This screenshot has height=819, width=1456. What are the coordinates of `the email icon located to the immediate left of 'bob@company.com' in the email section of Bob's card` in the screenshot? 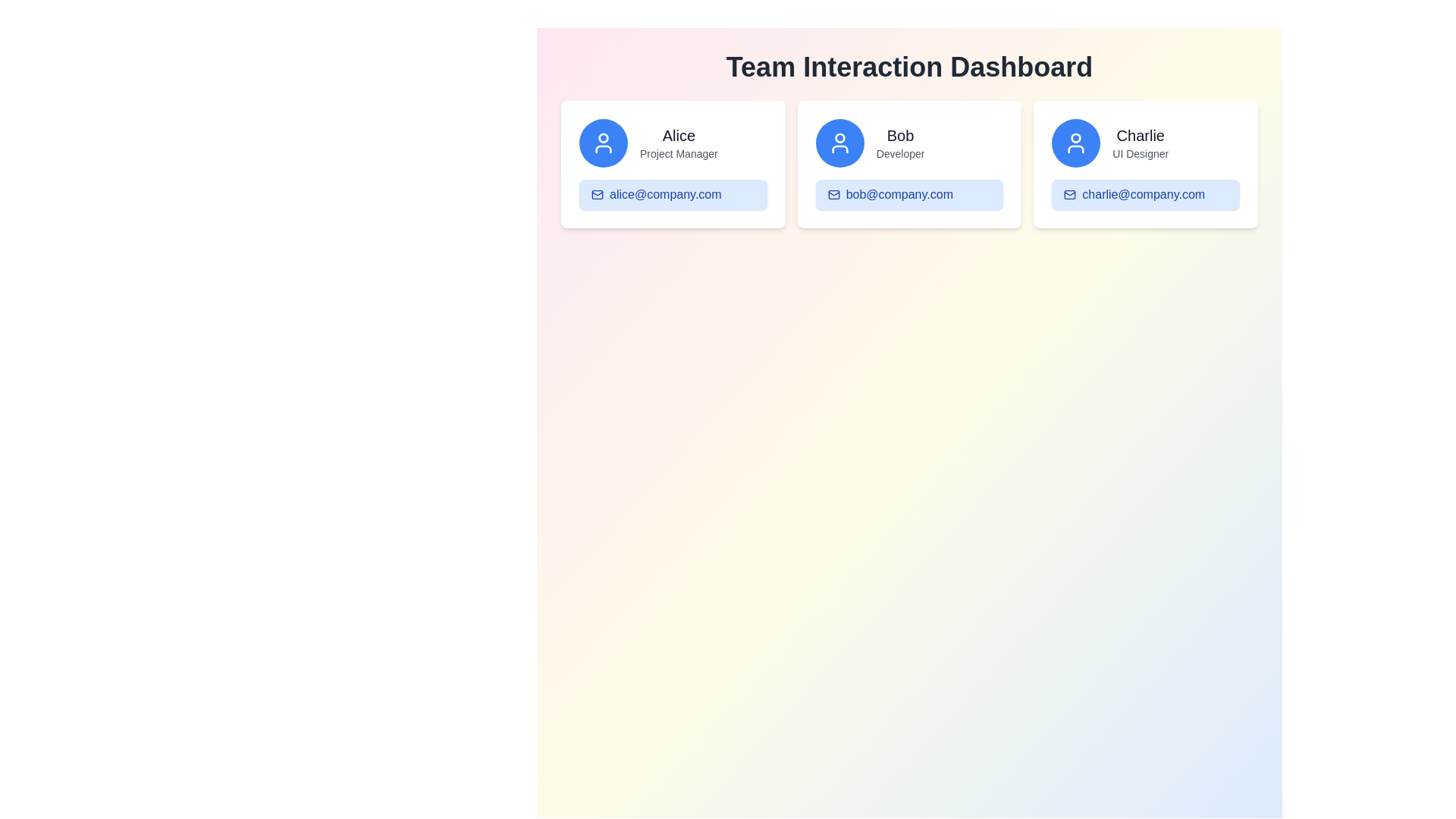 It's located at (833, 194).